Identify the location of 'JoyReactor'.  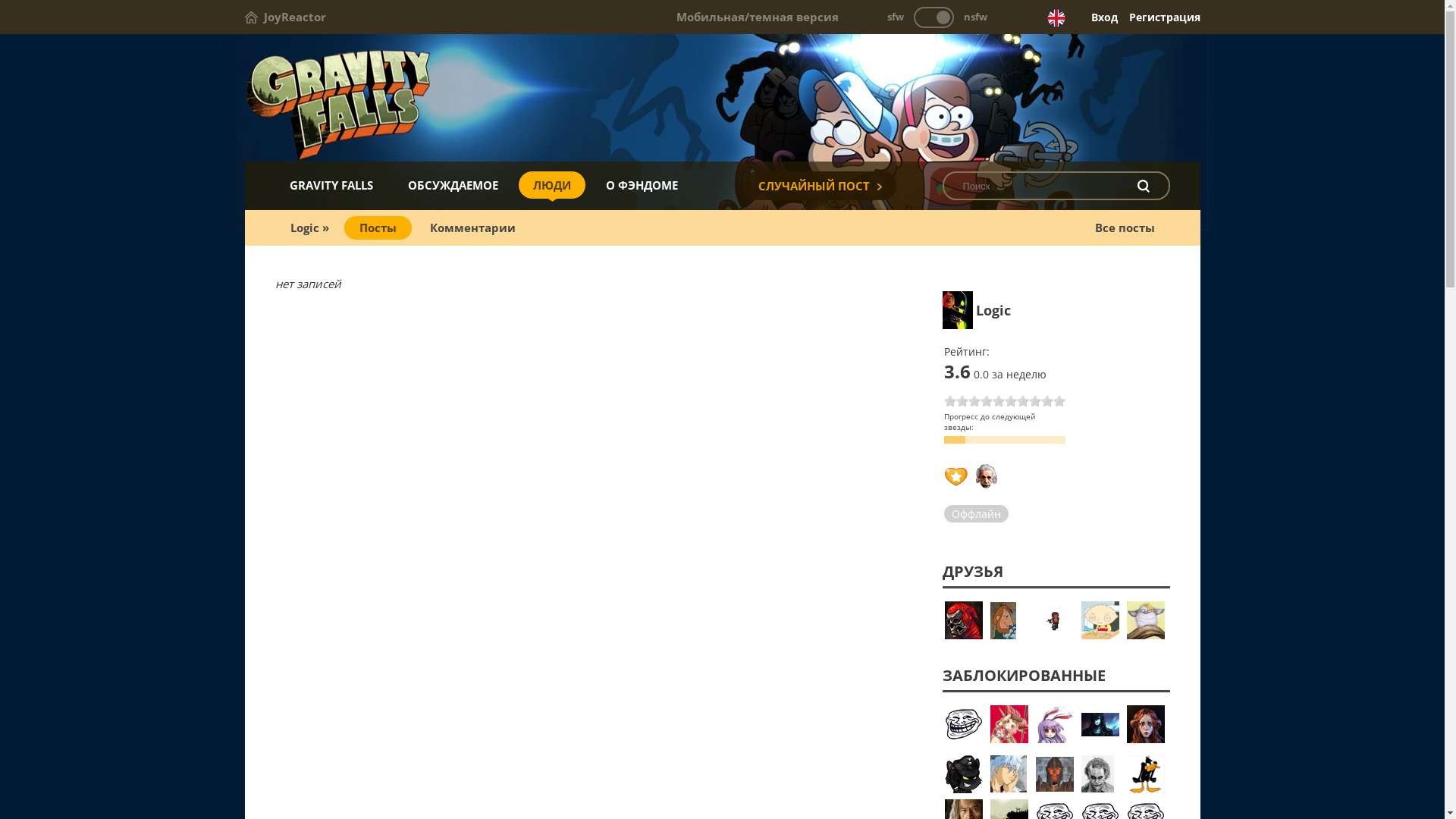
(284, 17).